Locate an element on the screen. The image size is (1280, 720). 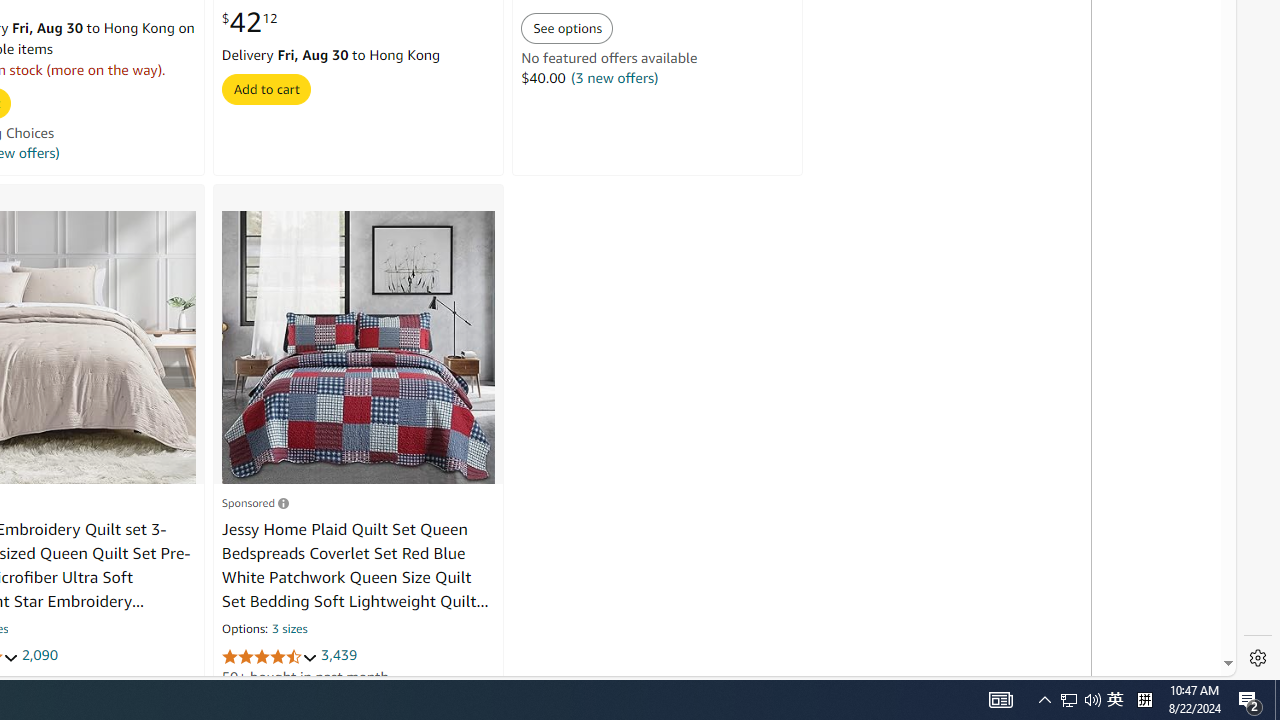
'View Sponsored information or leave ad feedback' is located at coordinates (254, 501).